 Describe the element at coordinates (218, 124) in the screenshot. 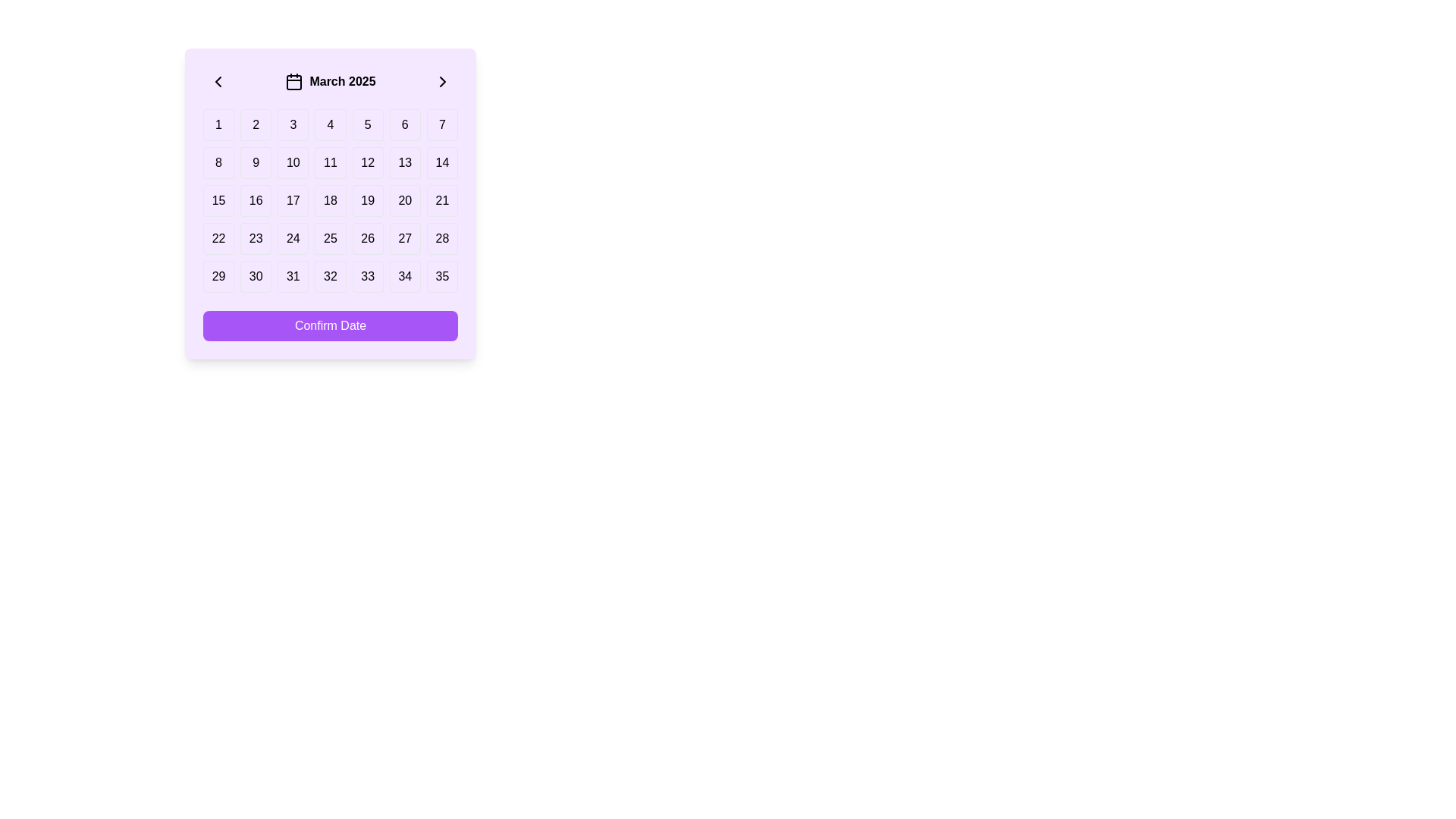

I see `the date selection button labeled '1' located at the top-left corner of the calendar grid` at that location.